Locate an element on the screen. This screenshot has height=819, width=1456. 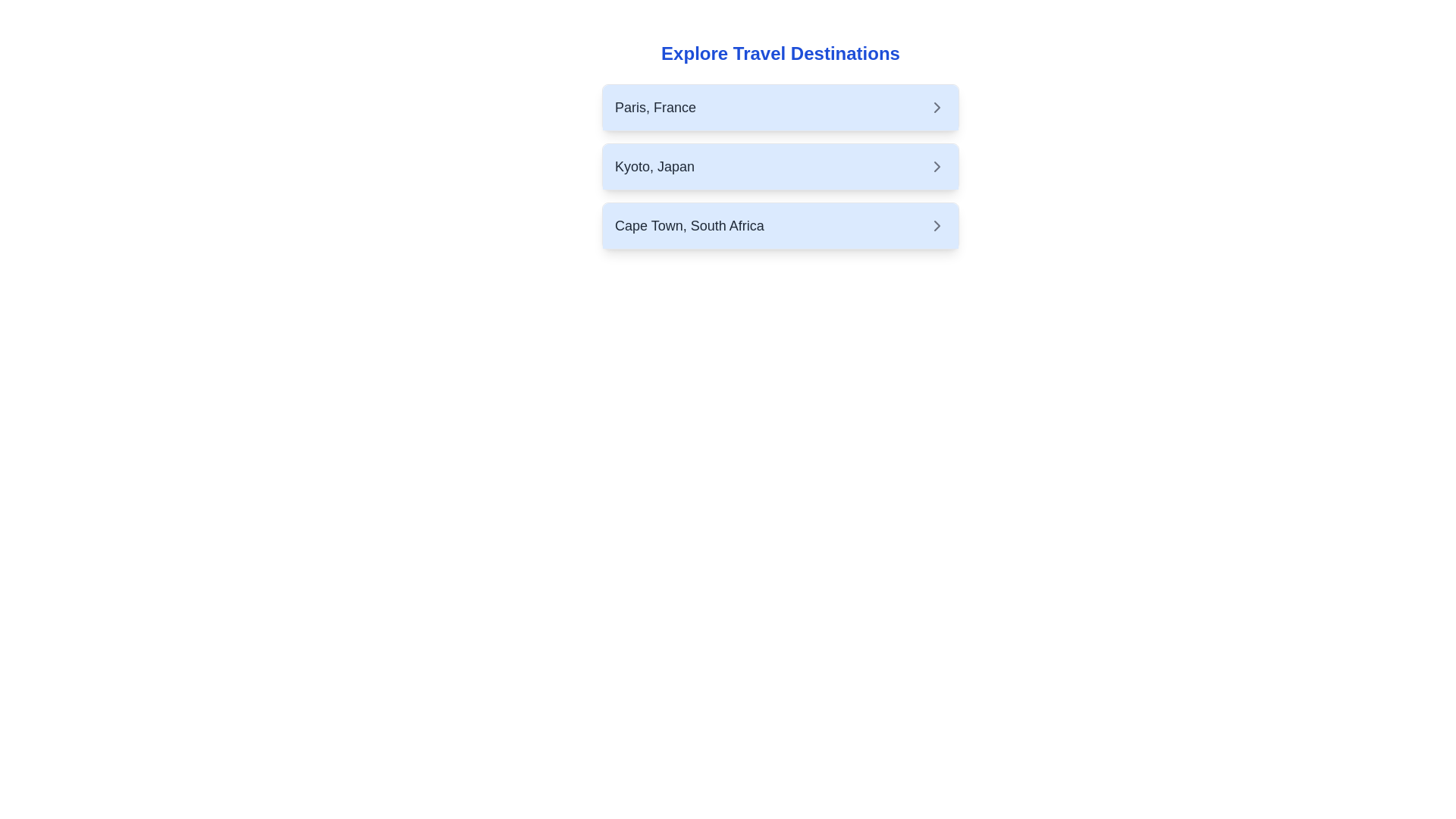
the Header text that summarizes the content above the destination cards is located at coordinates (780, 52).